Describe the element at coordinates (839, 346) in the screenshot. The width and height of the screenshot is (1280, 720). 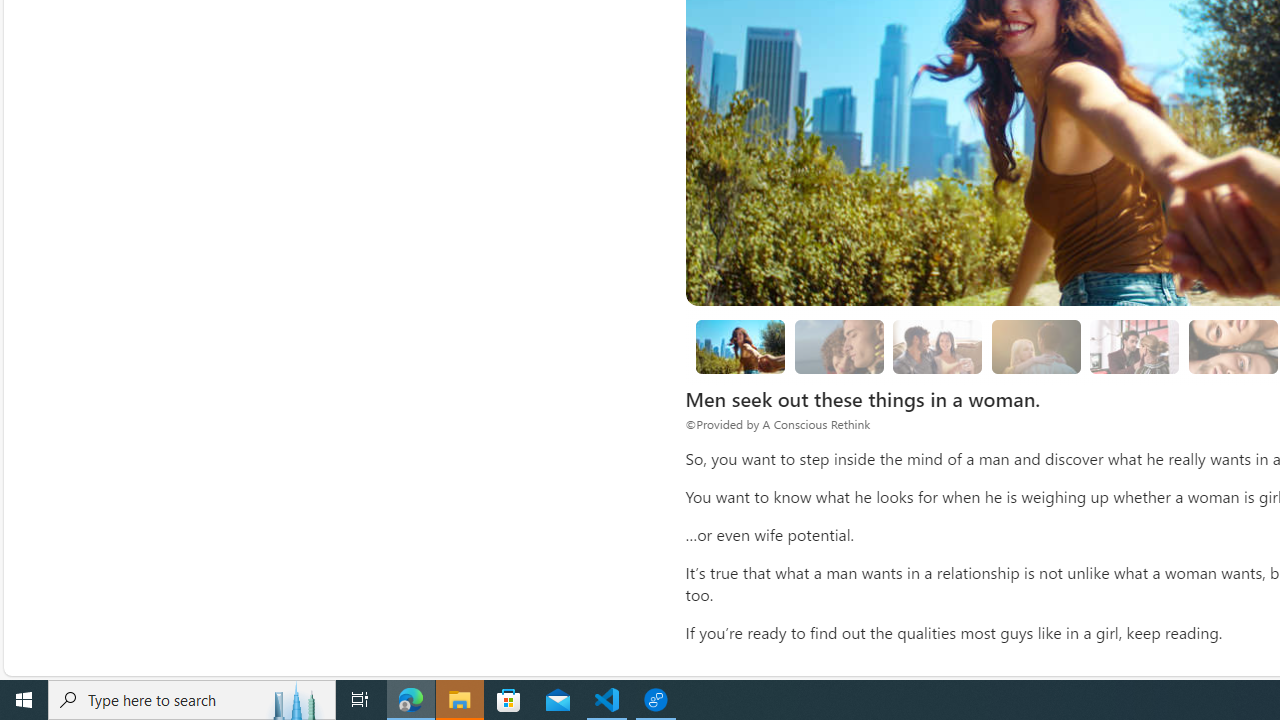
I see `'1. She is compassionate.'` at that location.